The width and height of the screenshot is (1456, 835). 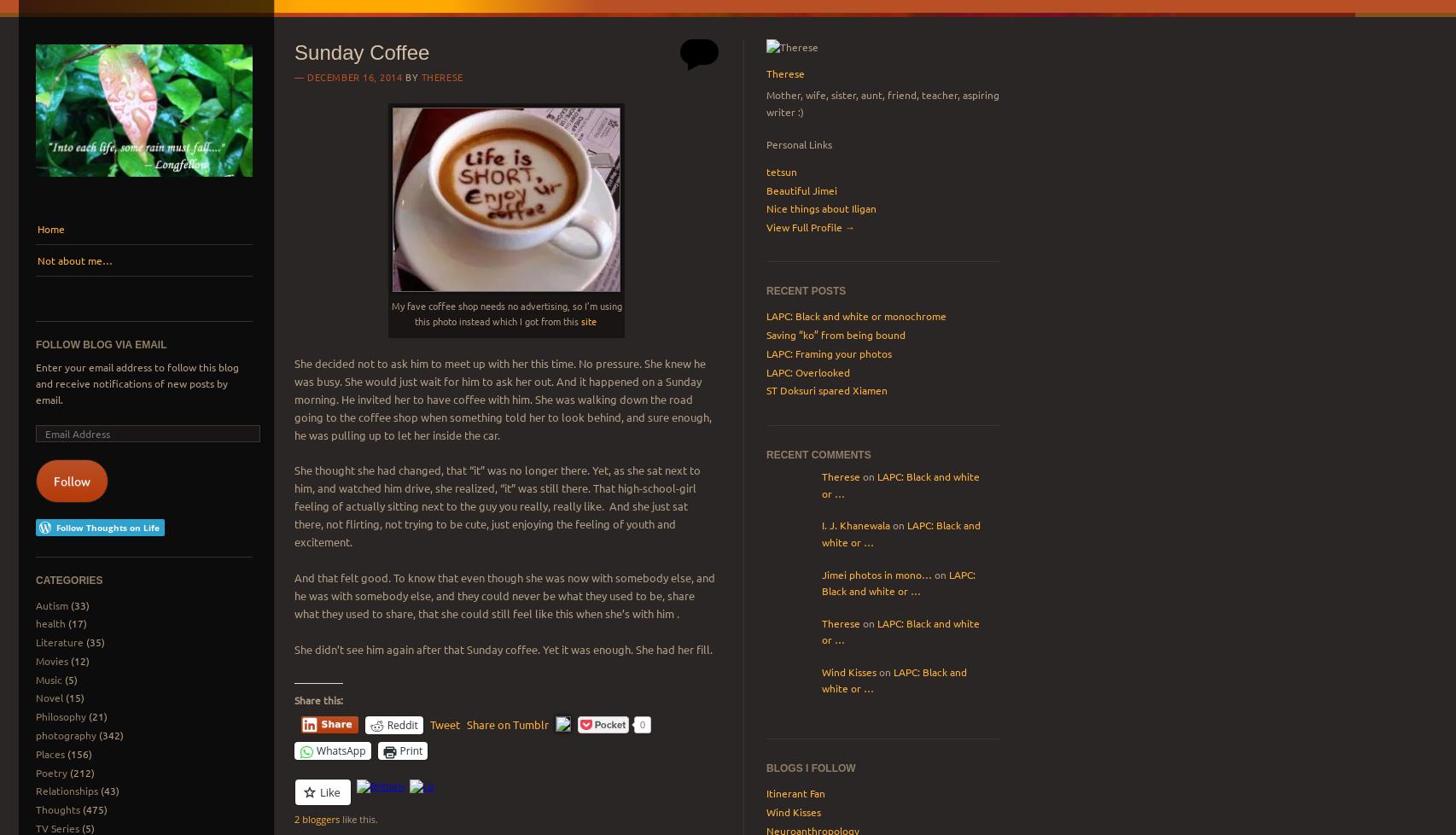 What do you see at coordinates (810, 226) in the screenshot?
I see `'View Full Profile →'` at bounding box center [810, 226].